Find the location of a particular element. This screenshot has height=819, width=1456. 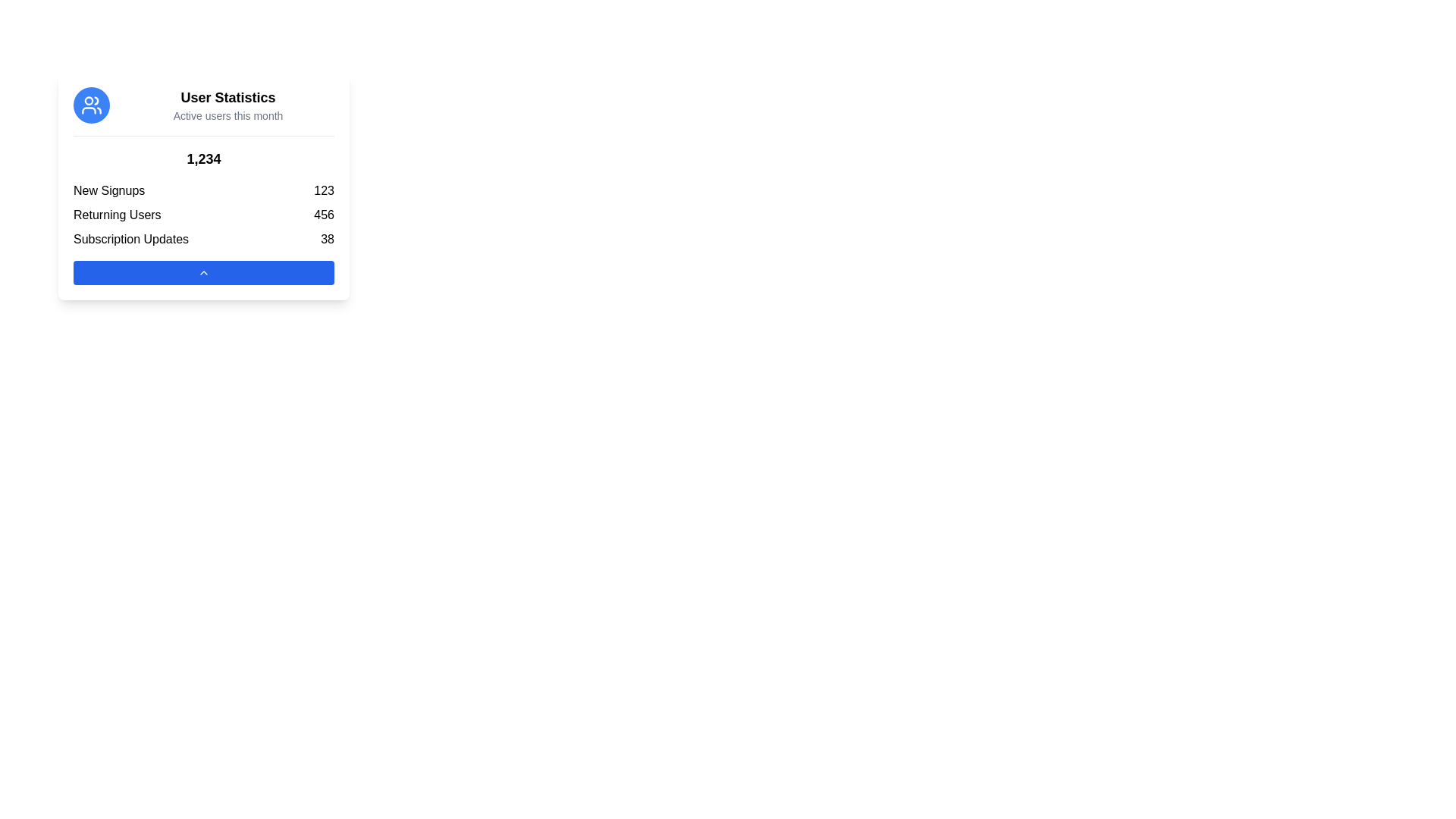

the Separator line that visually separates content within the card, located beneath 'Active users this month' and above '1,234' is located at coordinates (202, 135).